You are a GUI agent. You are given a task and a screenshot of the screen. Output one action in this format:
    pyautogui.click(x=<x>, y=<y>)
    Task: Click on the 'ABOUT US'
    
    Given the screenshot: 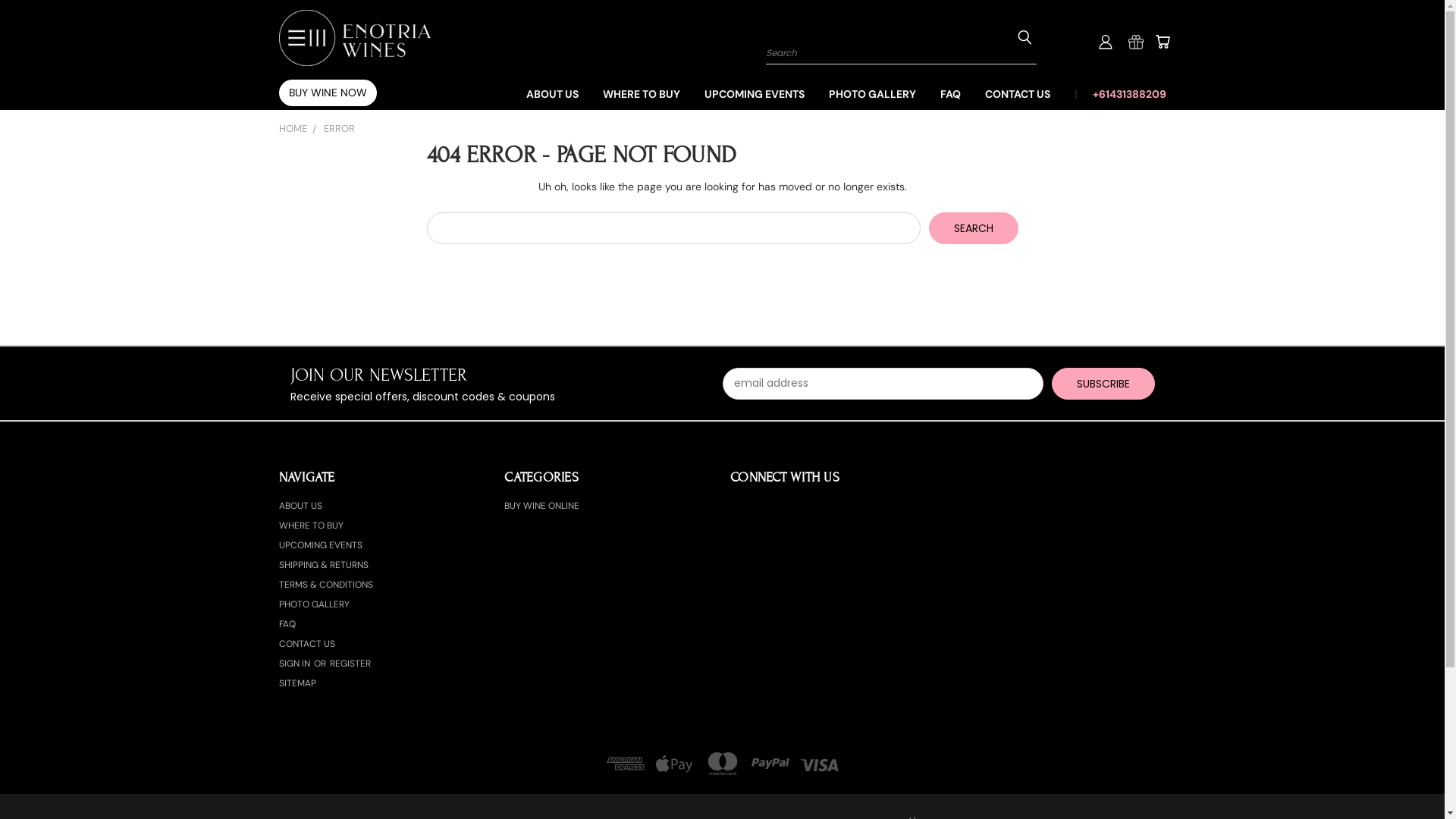 What is the action you would take?
    pyautogui.click(x=300, y=509)
    